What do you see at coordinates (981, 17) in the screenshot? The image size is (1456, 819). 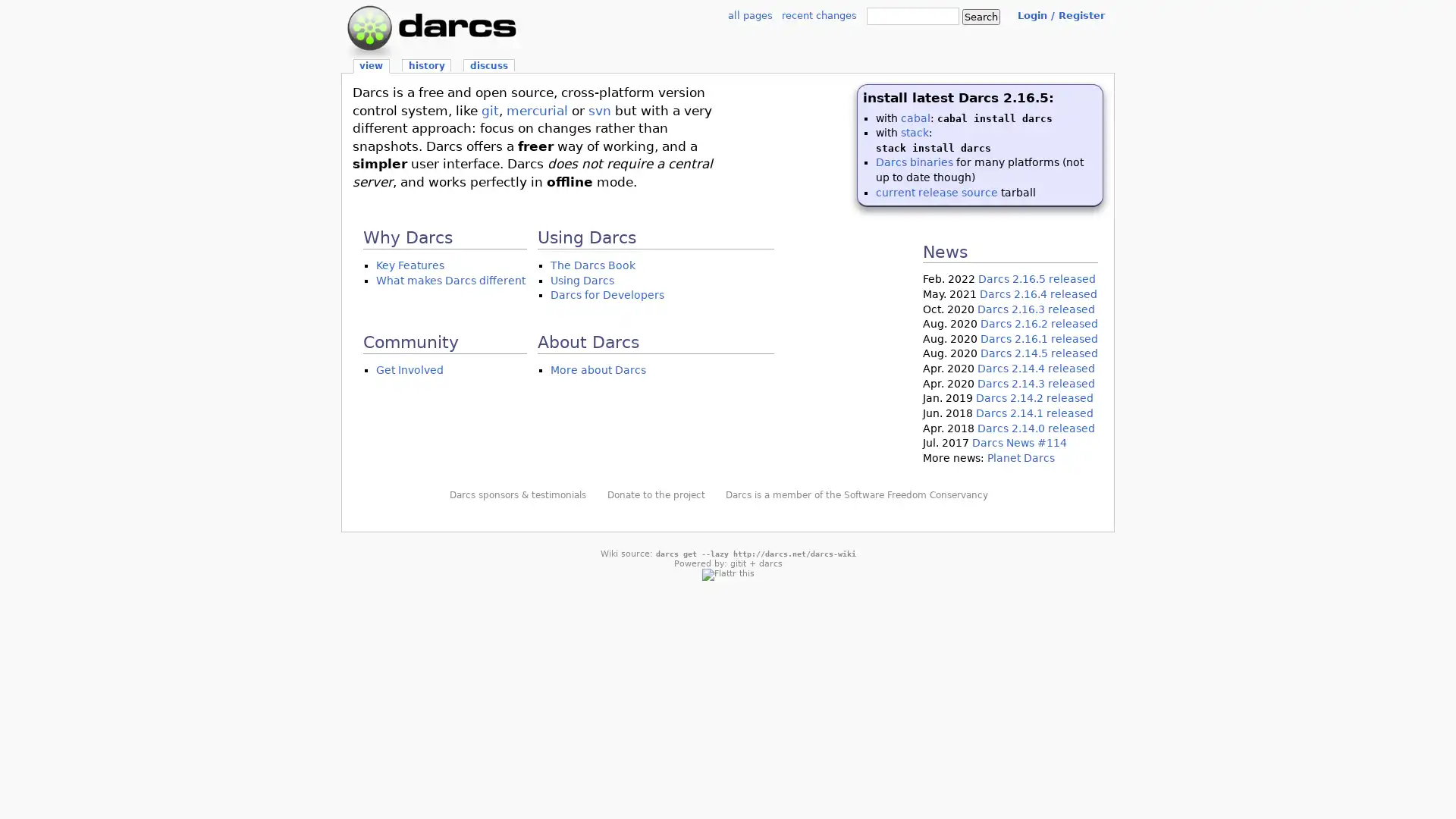 I see `Search` at bounding box center [981, 17].